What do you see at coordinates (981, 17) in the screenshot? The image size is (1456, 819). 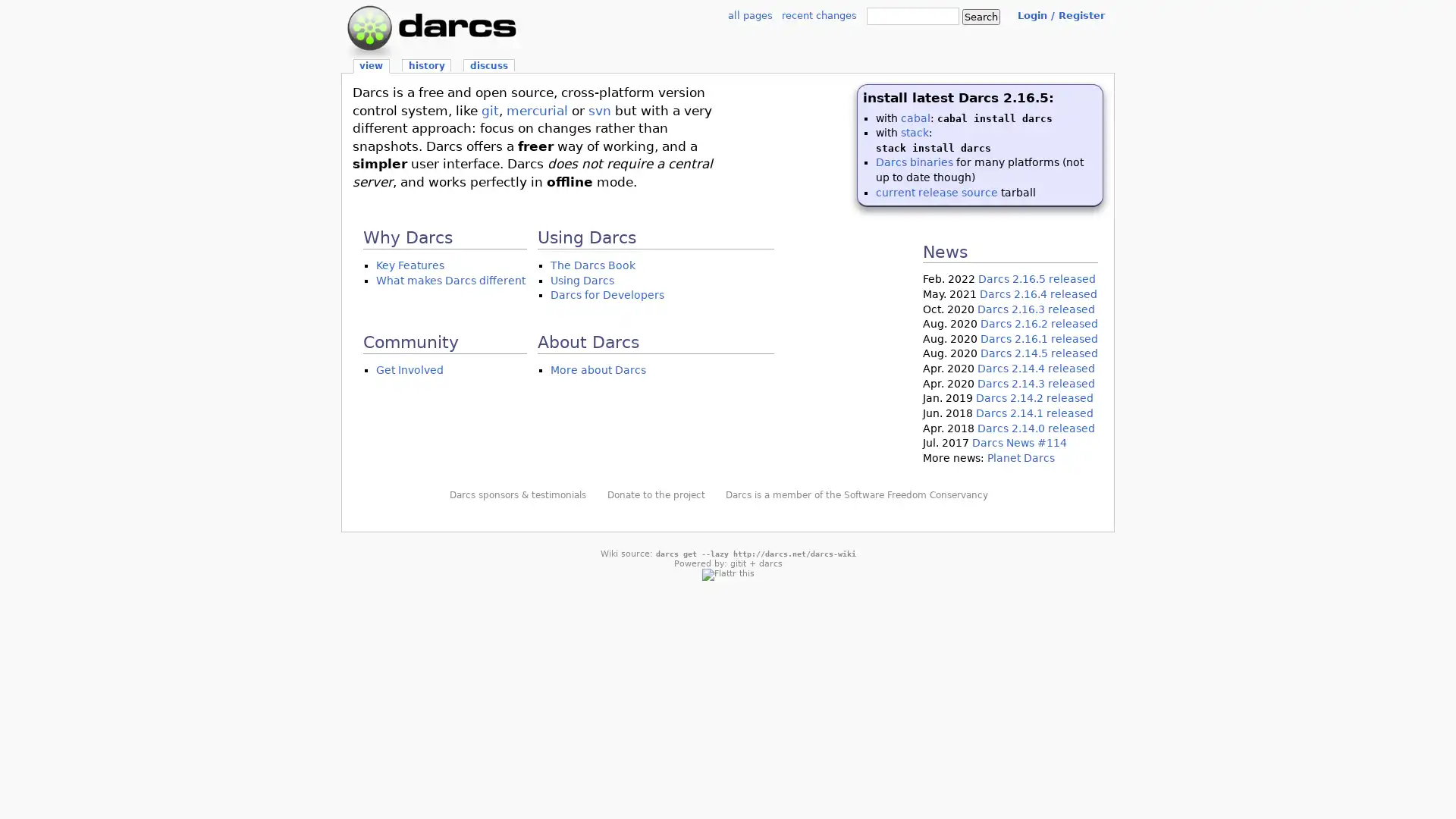 I see `Search` at bounding box center [981, 17].